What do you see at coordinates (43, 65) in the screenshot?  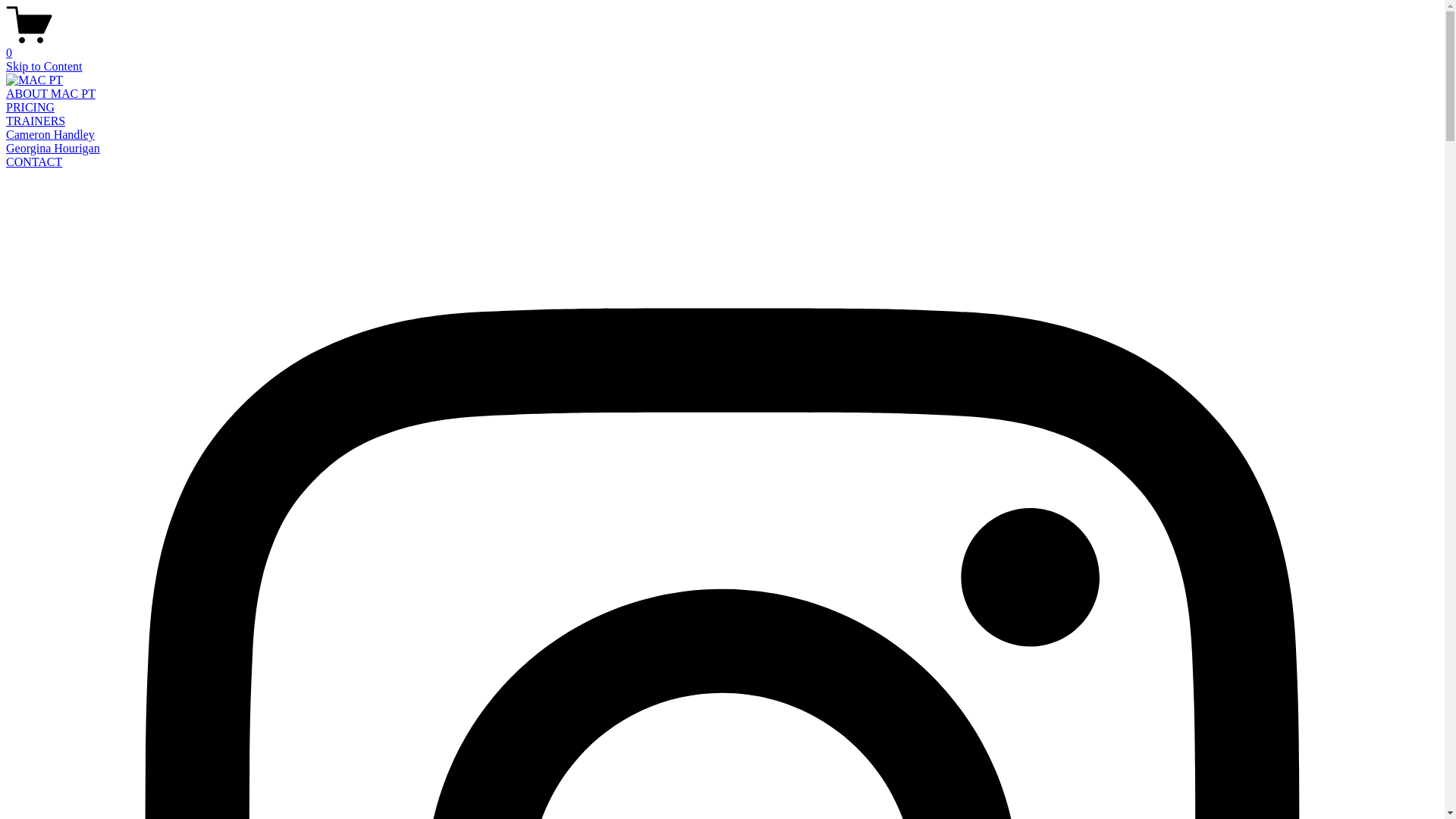 I see `'Skip to Content'` at bounding box center [43, 65].